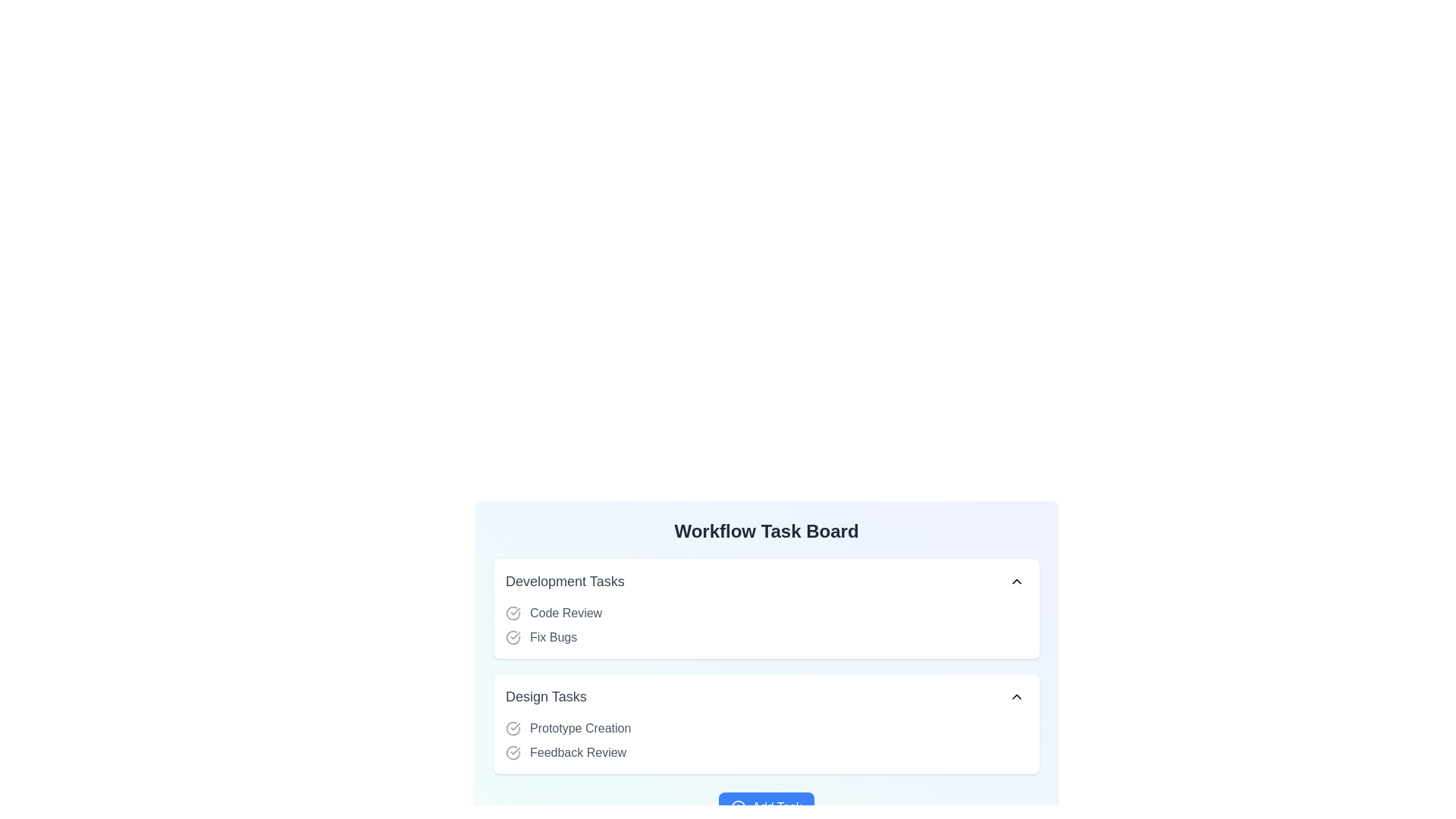 Image resolution: width=1456 pixels, height=819 pixels. Describe the element at coordinates (767, 531) in the screenshot. I see `text heading 'Workflow Task Board' which is displayed prominently in a bold and large font at the top of the card-like component` at that location.